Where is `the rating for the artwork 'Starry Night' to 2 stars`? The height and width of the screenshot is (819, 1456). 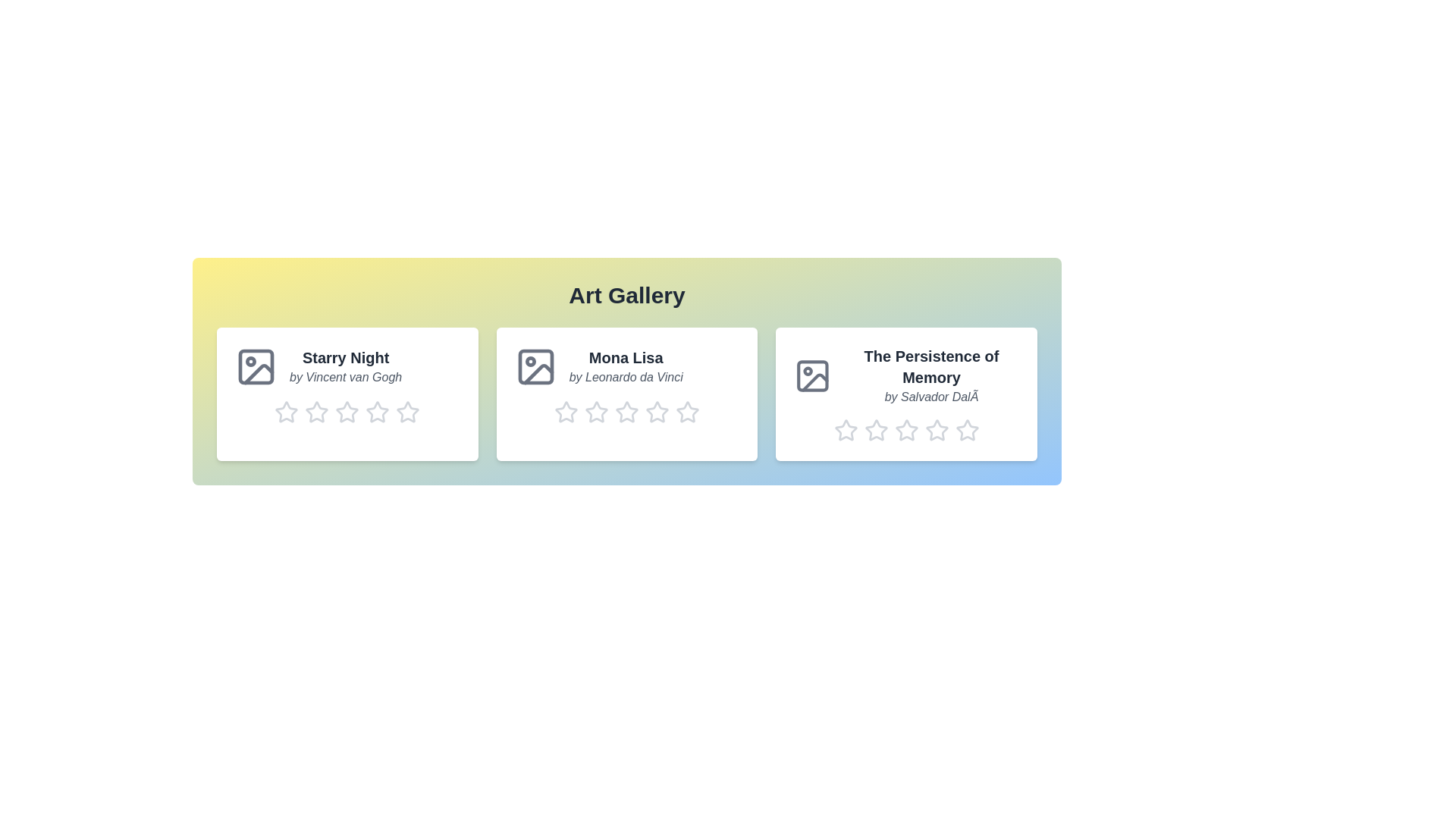
the rating for the artwork 'Starry Night' to 2 stars is located at coordinates (315, 412).